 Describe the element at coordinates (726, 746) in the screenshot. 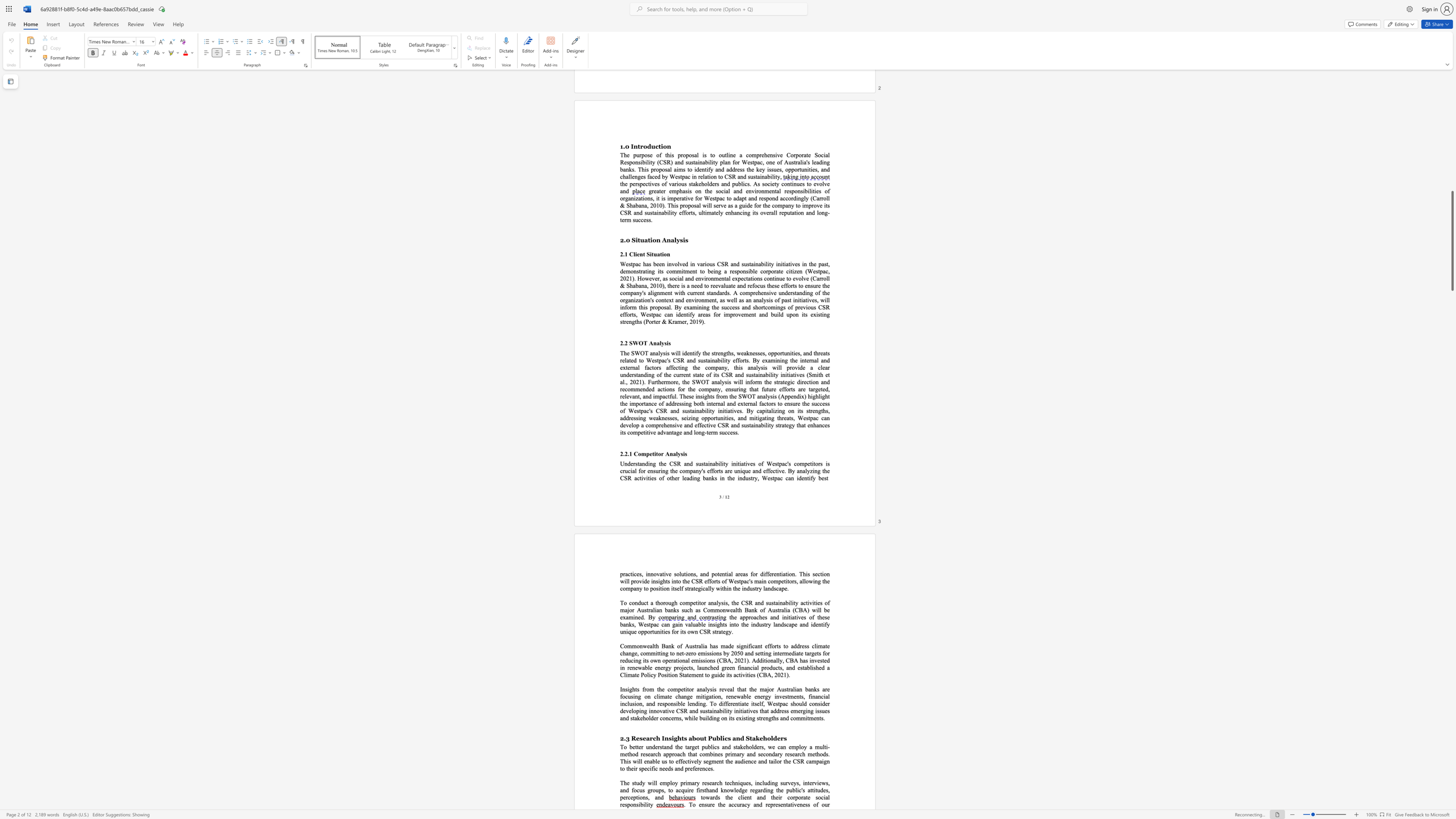

I see `the 3th character "n" in the text` at that location.